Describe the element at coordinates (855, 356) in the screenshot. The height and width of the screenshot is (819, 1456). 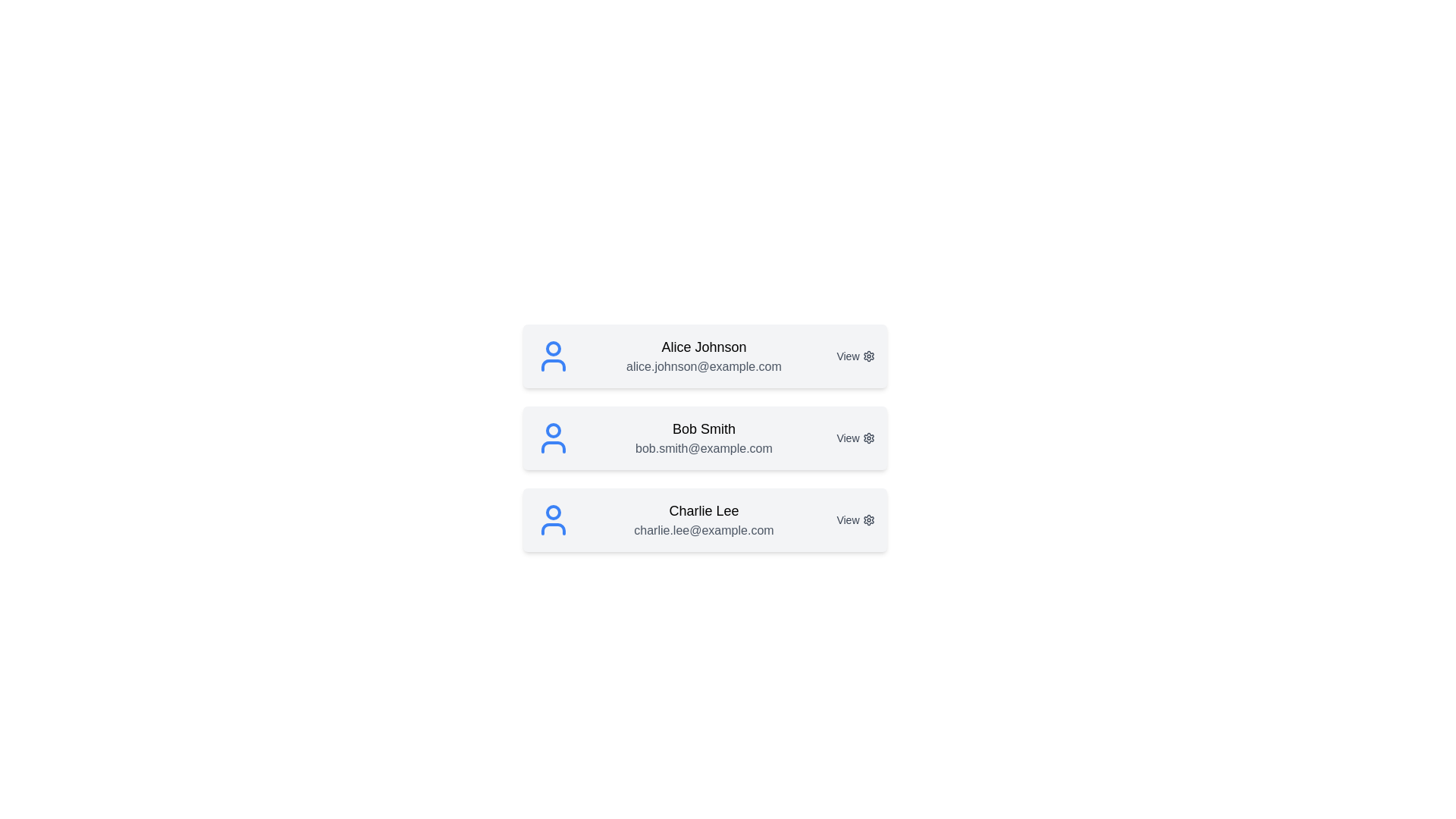
I see `the 'View' text link element located in the right portion of the first user profile card, adjacent to the settings icon` at that location.